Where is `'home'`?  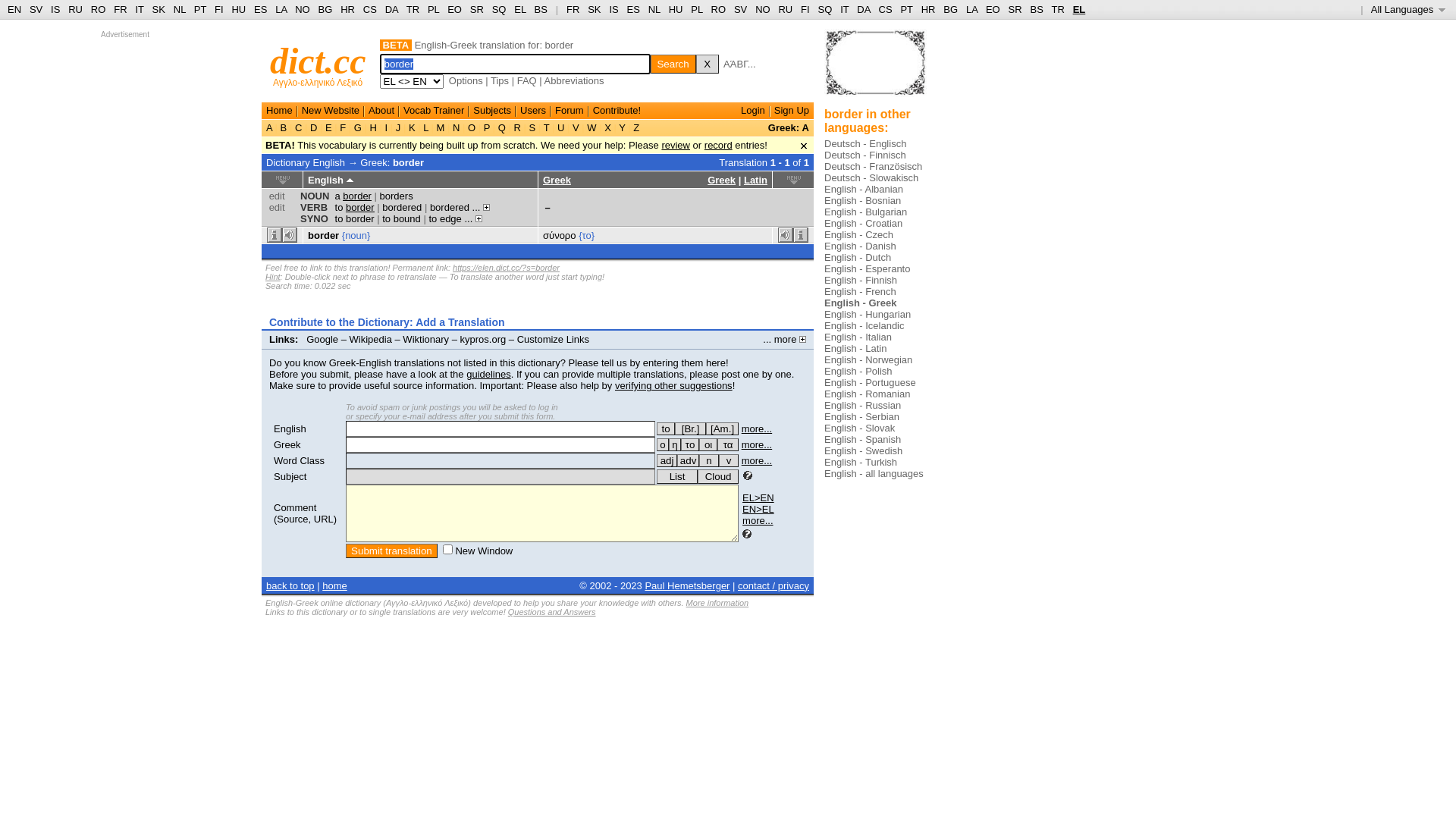 'home' is located at coordinates (322, 585).